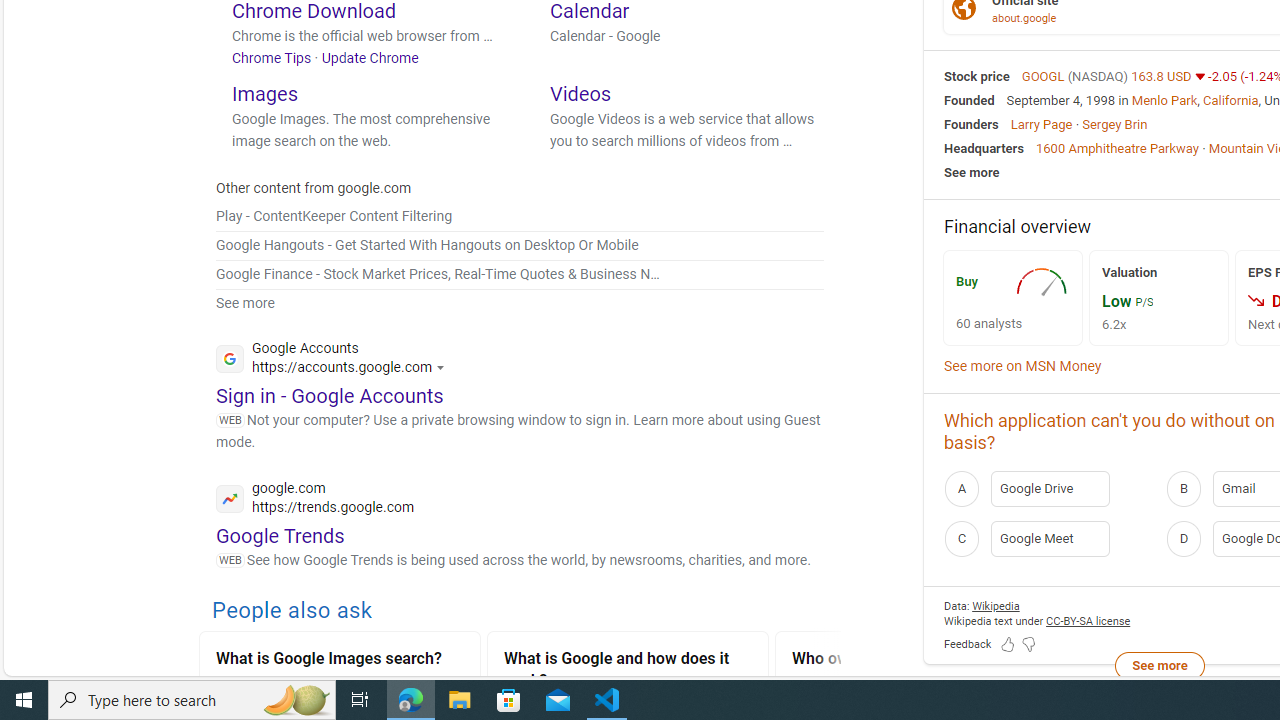  What do you see at coordinates (1048, 537) in the screenshot?
I see `'C Google Meet'` at bounding box center [1048, 537].